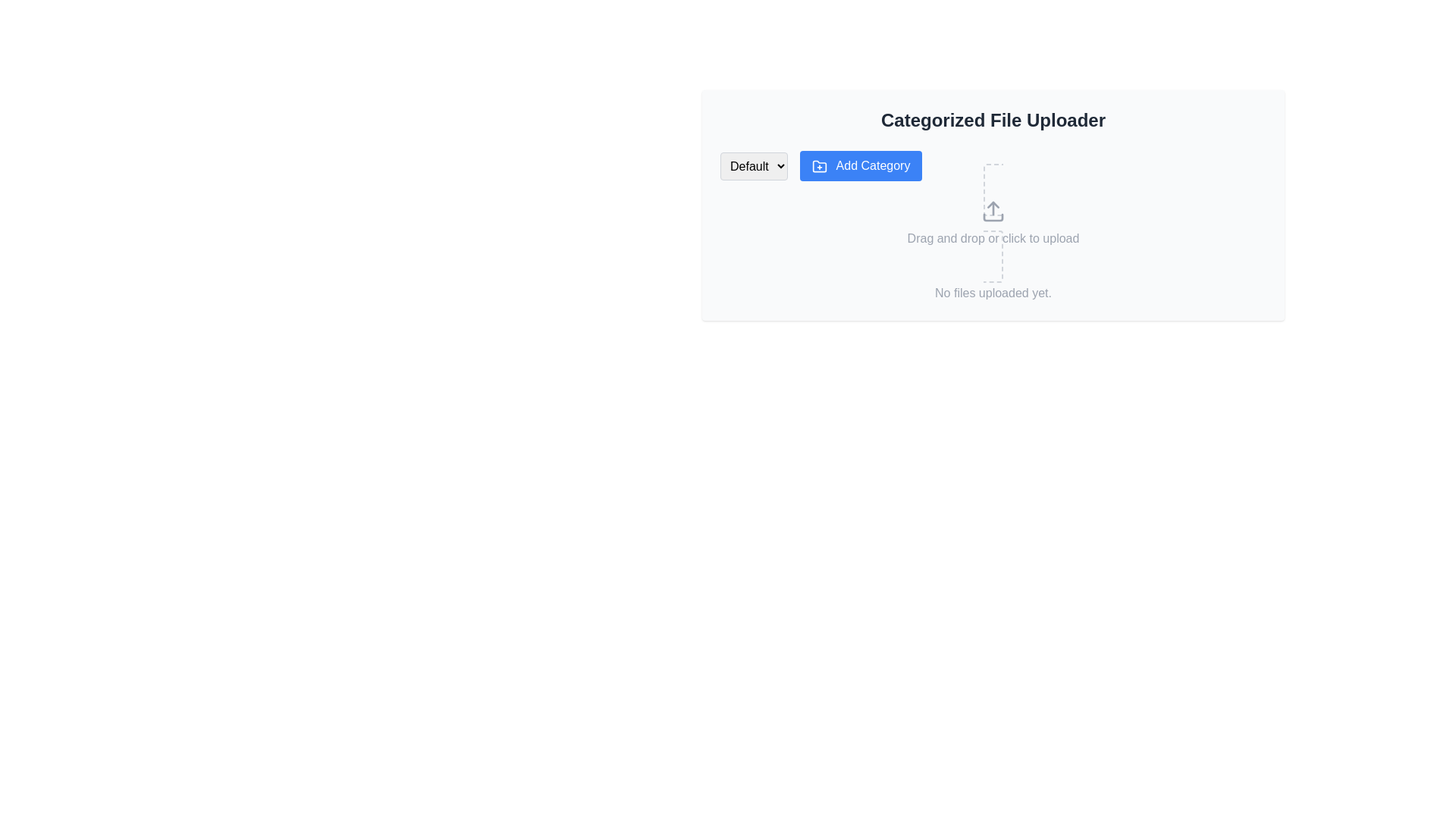 The width and height of the screenshot is (1456, 819). What do you see at coordinates (993, 211) in the screenshot?
I see `the upload icon, which is a small gray arrow pointing upwards inside a square with a dashed outline, to indicate a file upload interaction` at bounding box center [993, 211].